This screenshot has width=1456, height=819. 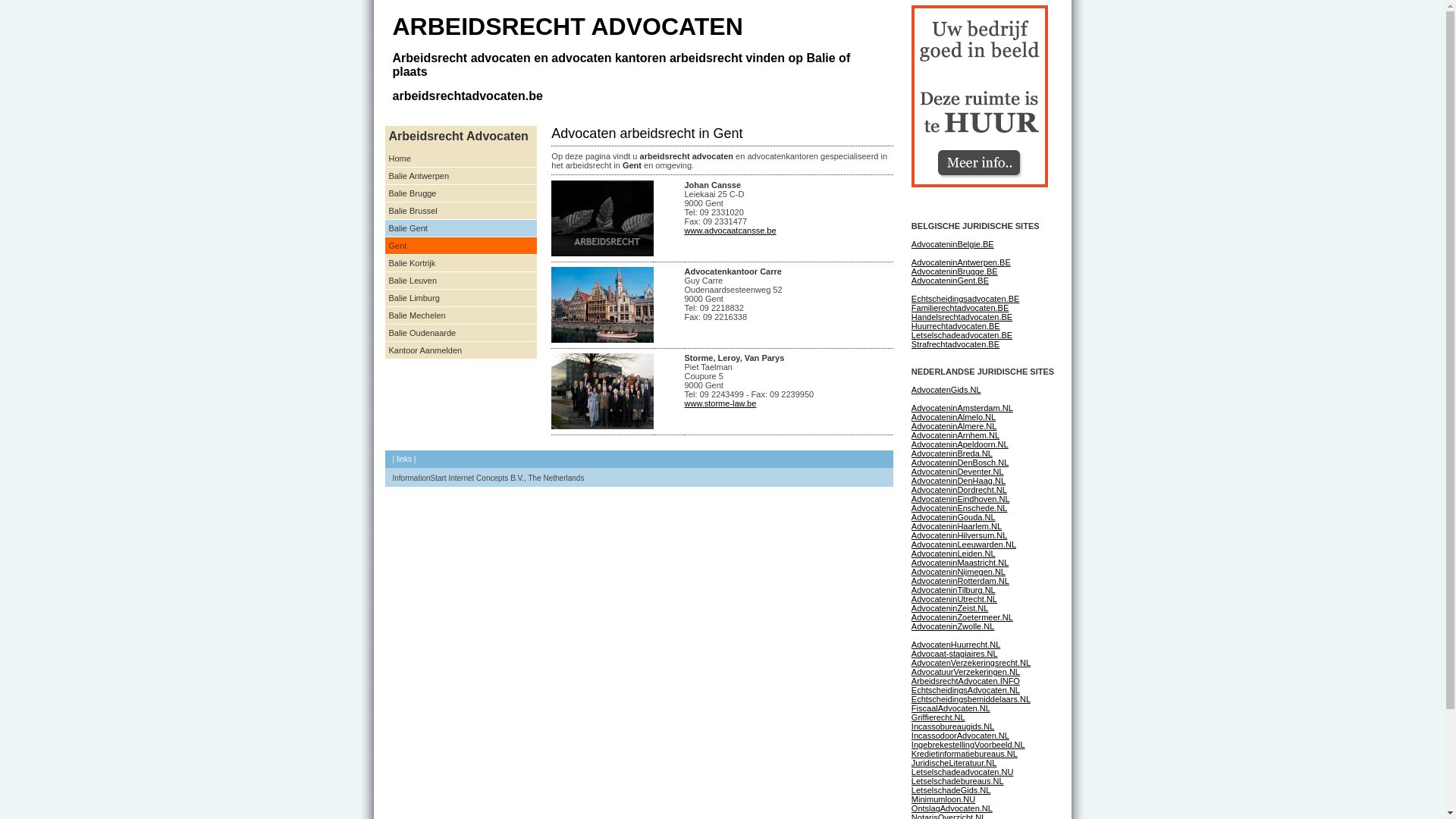 What do you see at coordinates (951, 452) in the screenshot?
I see `'AdvocateninBreda.NL'` at bounding box center [951, 452].